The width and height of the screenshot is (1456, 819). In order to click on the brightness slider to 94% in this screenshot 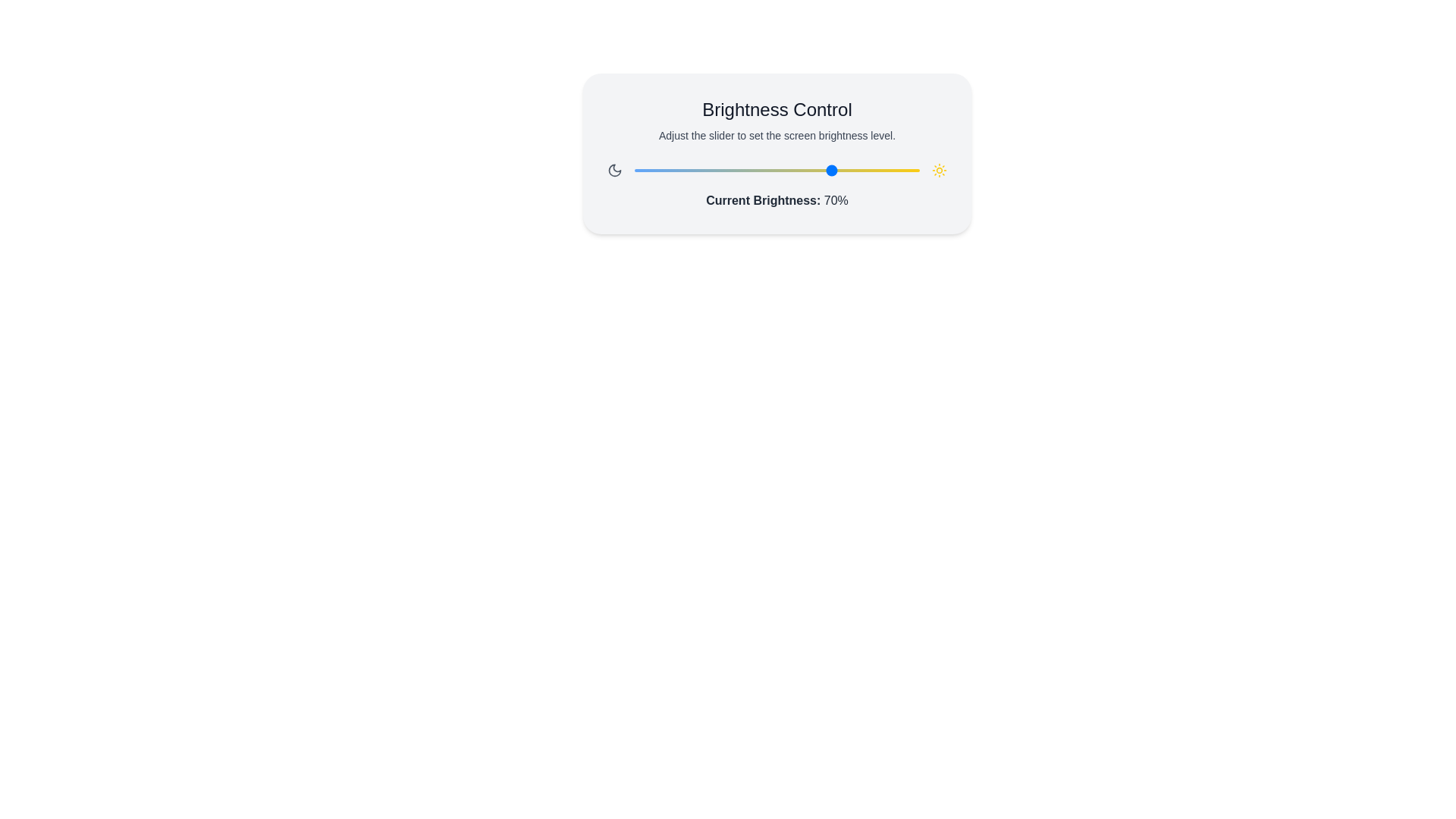, I will do `click(902, 170)`.